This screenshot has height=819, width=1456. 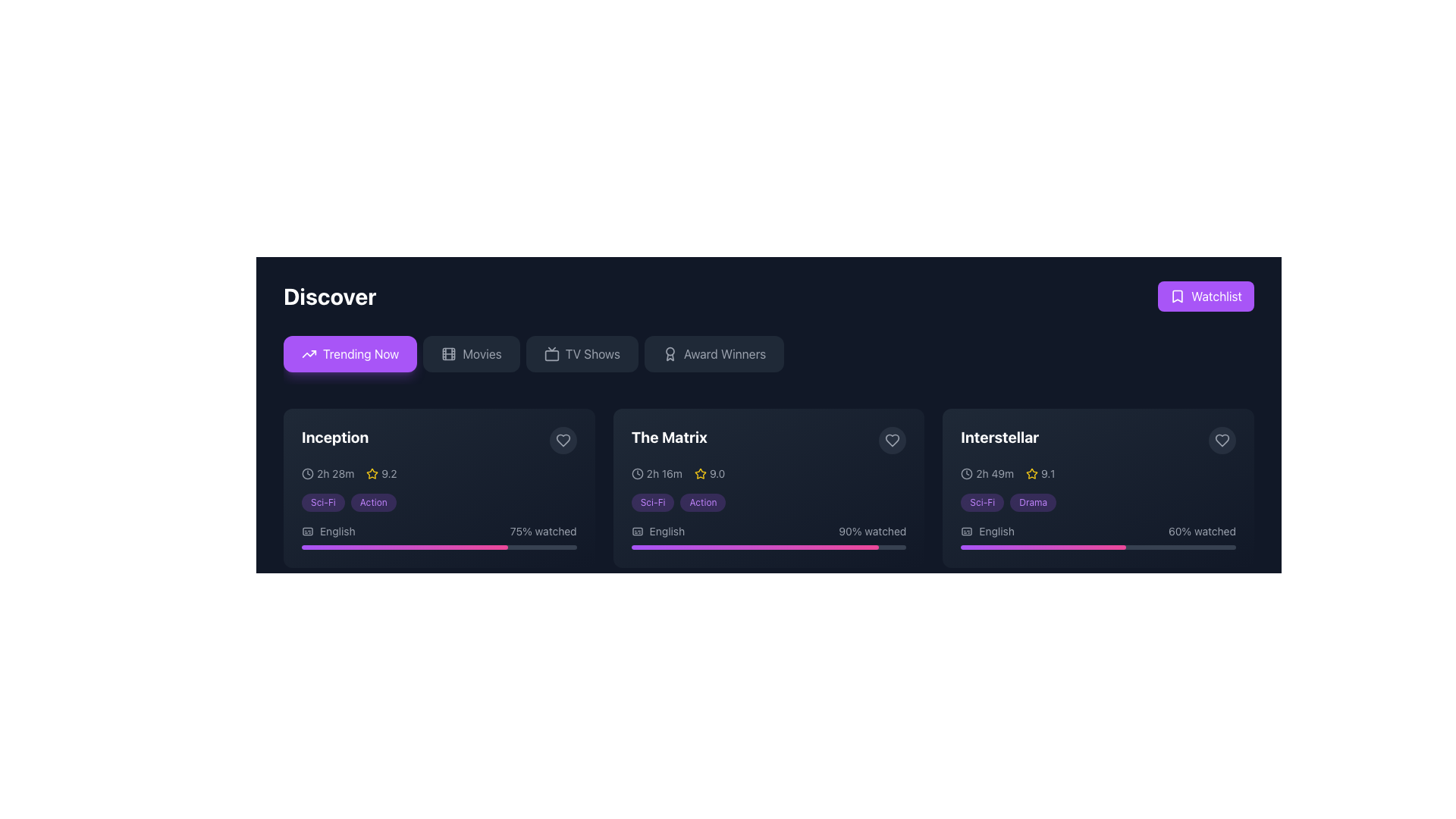 I want to click on the circular button with a heart icon located at the top-right corner of the 'Interstellar' movie card, so click(x=1222, y=441).